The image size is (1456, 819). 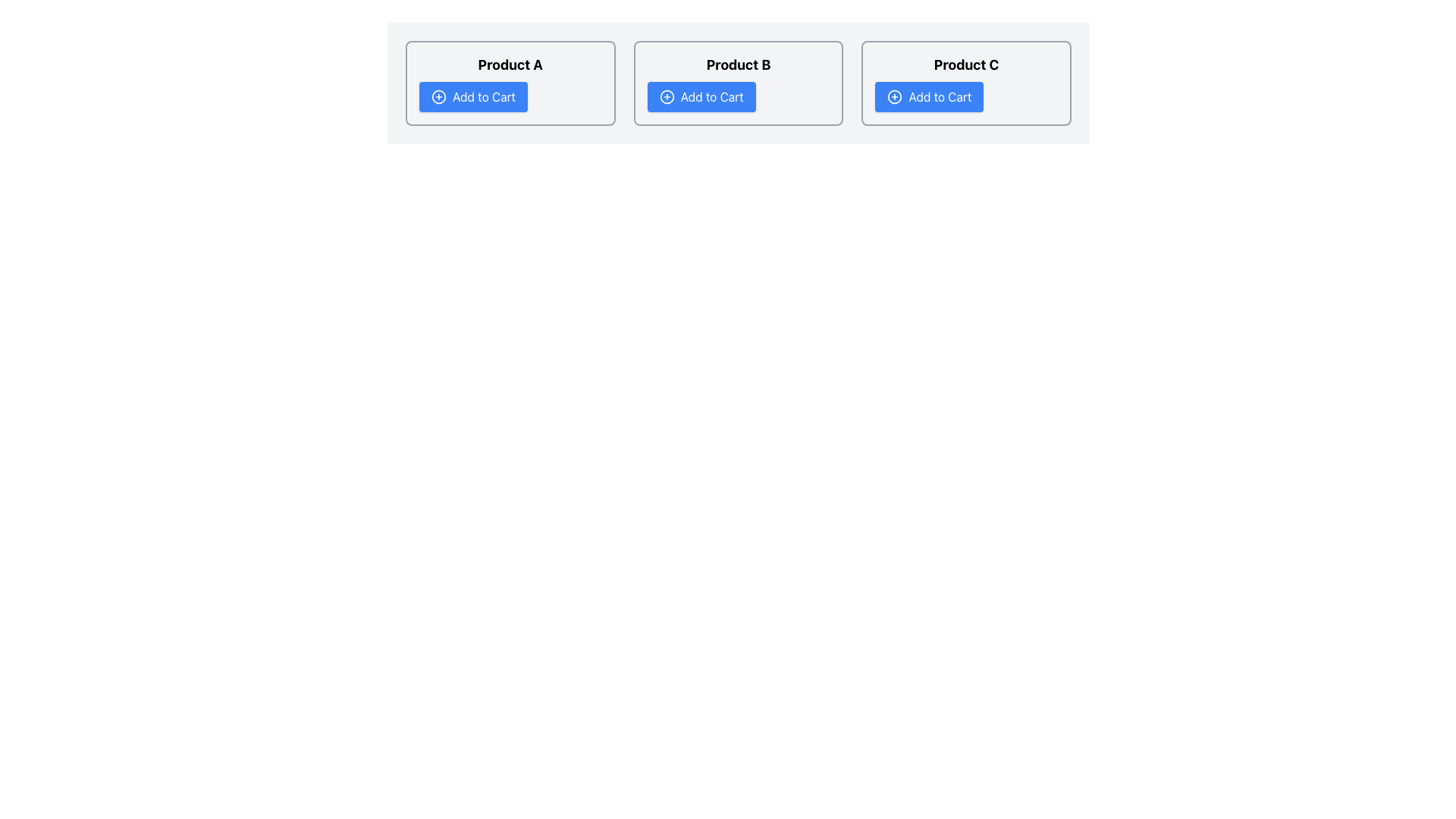 I want to click on the 'Add Product B to Cart' button, located in the second column of the product layout, so click(x=739, y=83).